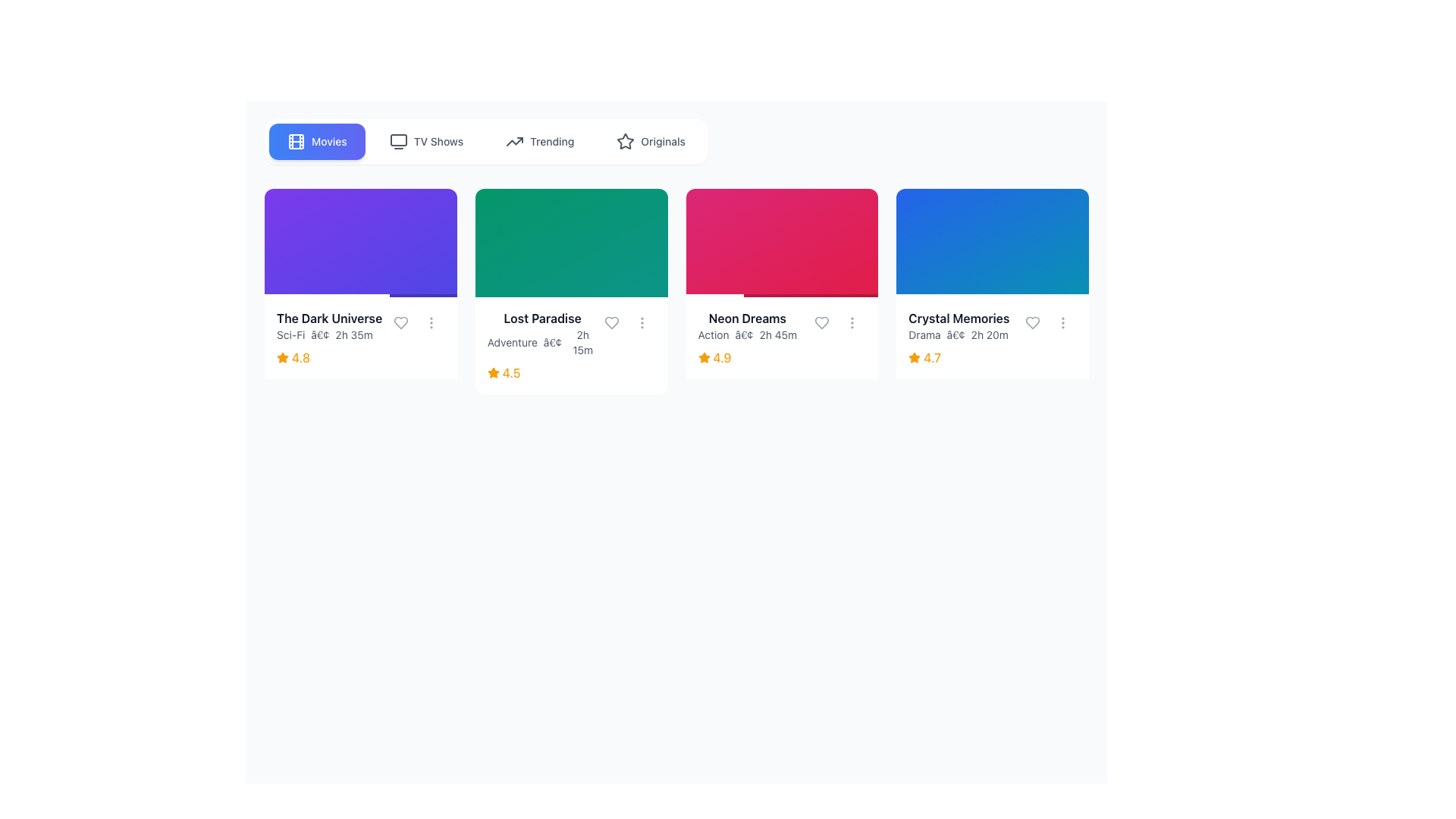  What do you see at coordinates (398, 141) in the screenshot?
I see `the television icon in the navigation bar to emphasize it` at bounding box center [398, 141].